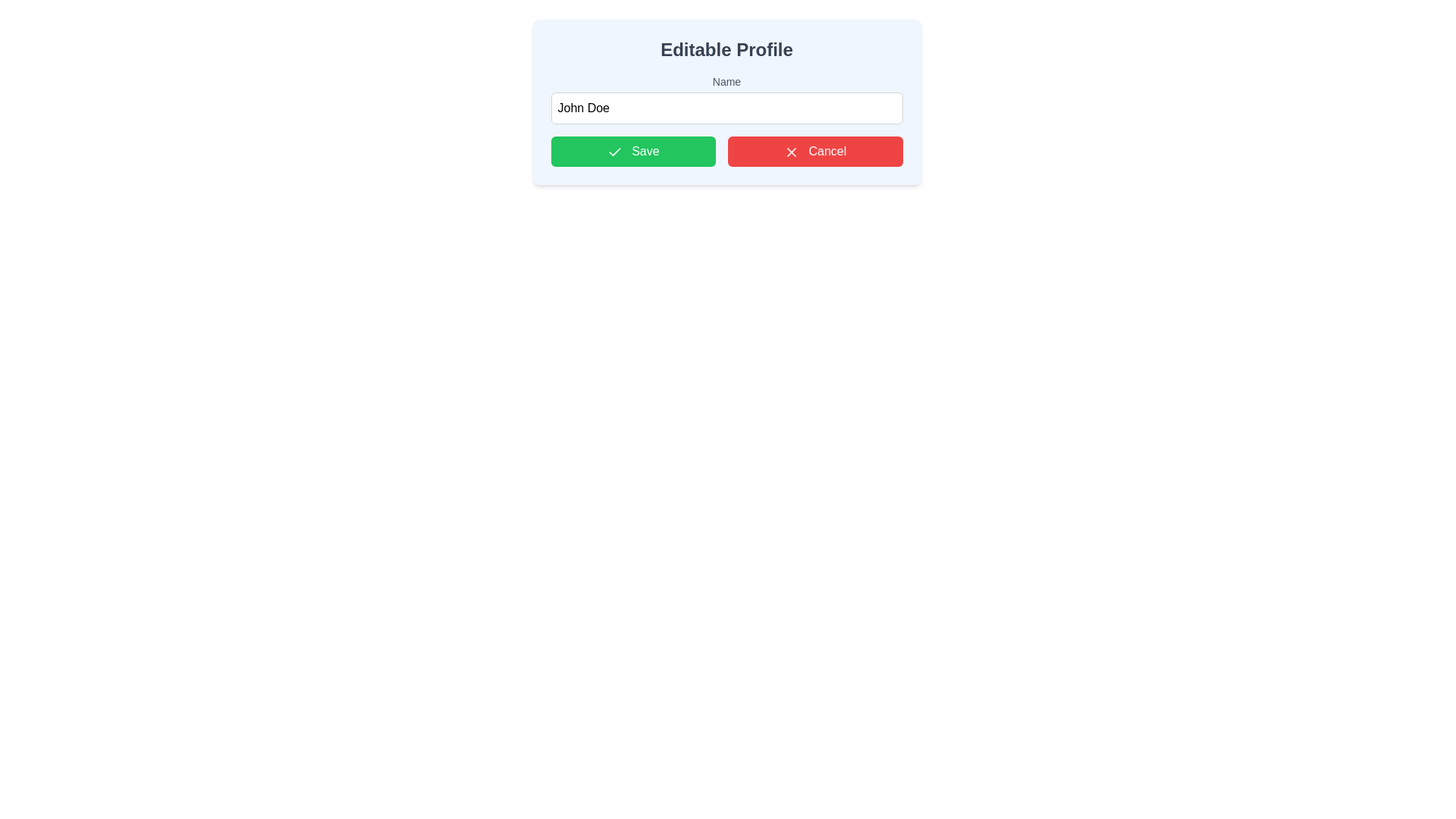 This screenshot has height=819, width=1456. What do you see at coordinates (814, 152) in the screenshot?
I see `the cancel button located in the center-right of the button group, adjacent to the 'Save' button in the 'Editable Profile' section` at bounding box center [814, 152].